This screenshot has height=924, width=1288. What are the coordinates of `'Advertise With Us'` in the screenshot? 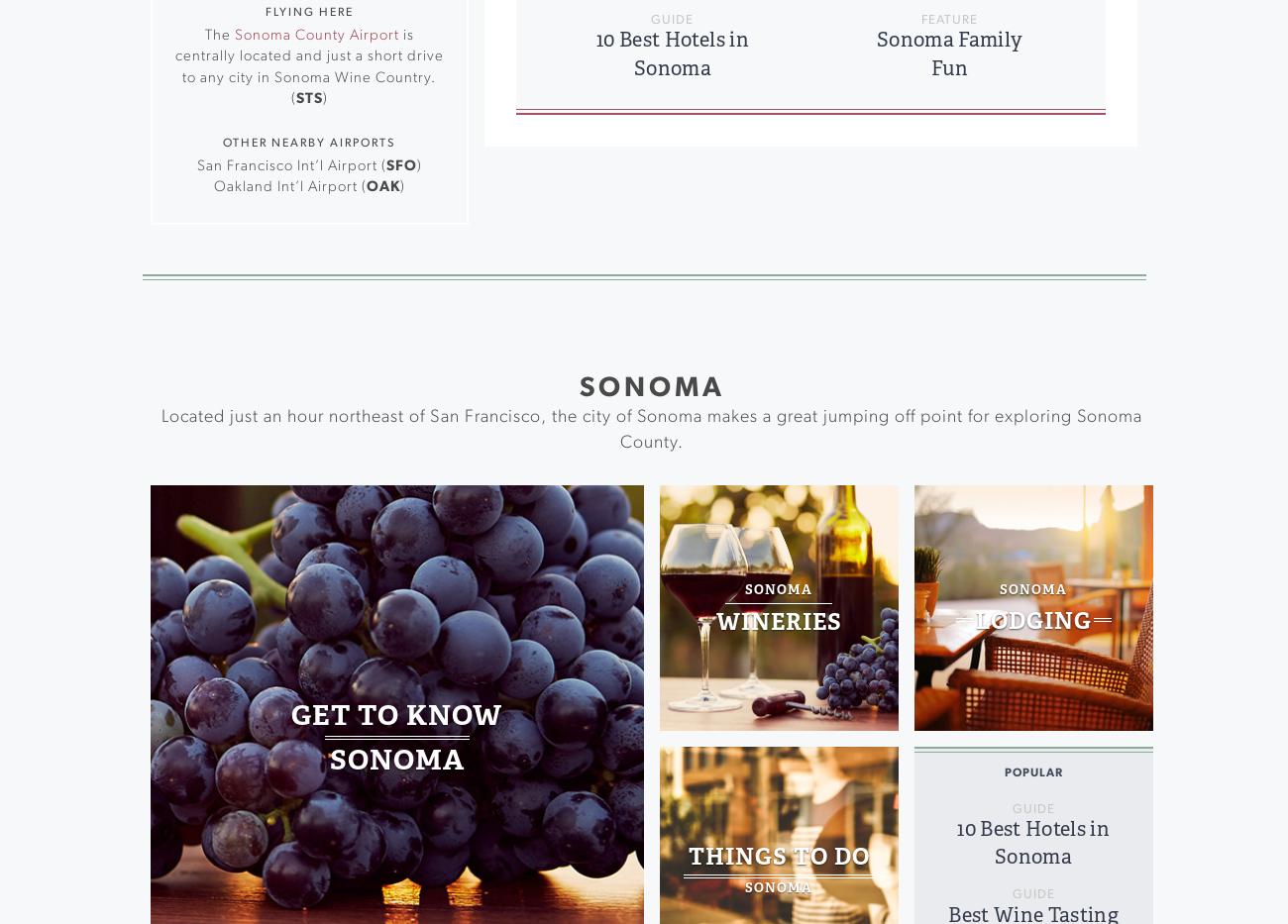 It's located at (757, 116).